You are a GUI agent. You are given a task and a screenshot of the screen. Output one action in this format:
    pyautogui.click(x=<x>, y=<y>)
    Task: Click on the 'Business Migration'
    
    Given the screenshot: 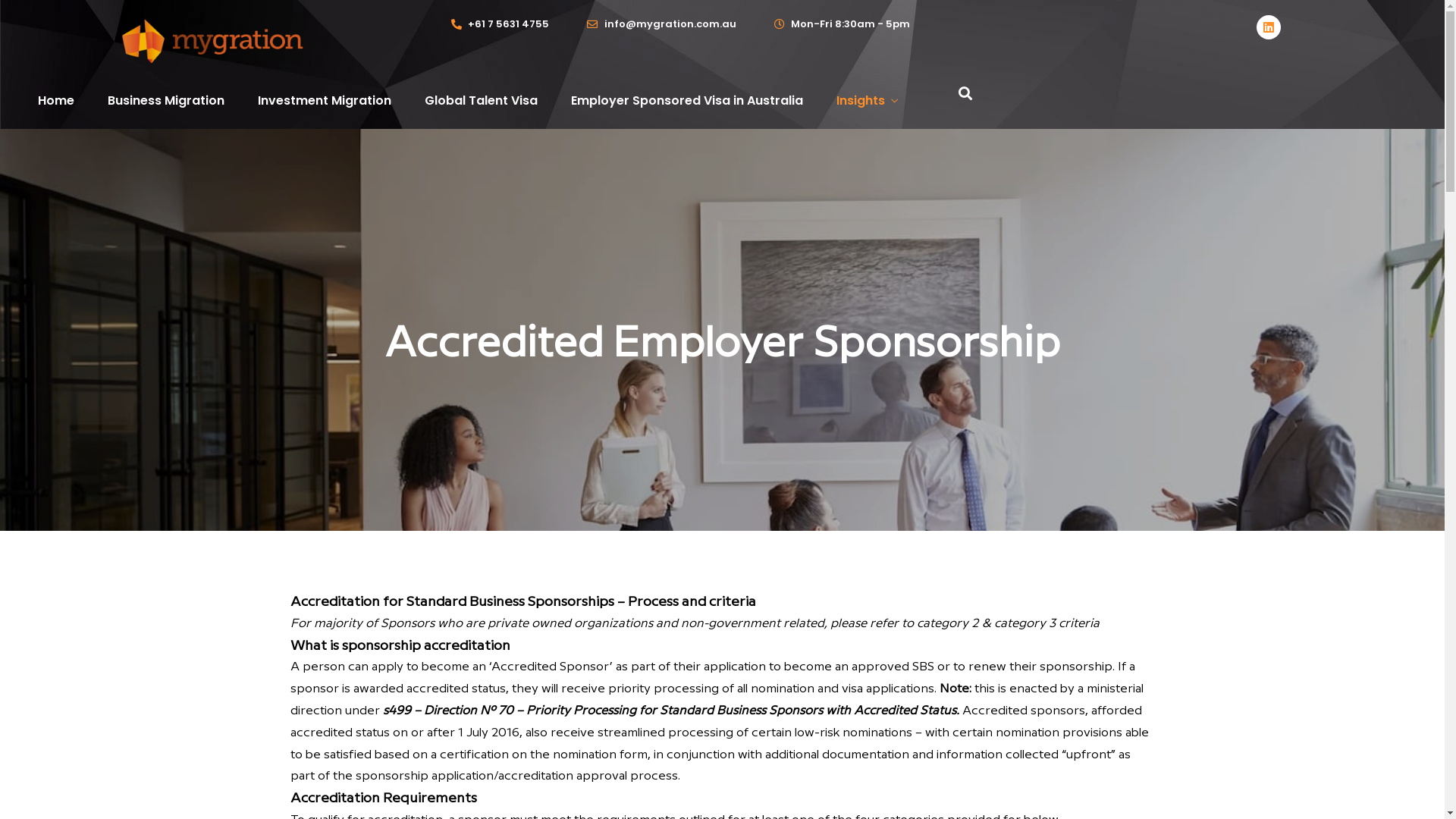 What is the action you would take?
    pyautogui.click(x=107, y=101)
    